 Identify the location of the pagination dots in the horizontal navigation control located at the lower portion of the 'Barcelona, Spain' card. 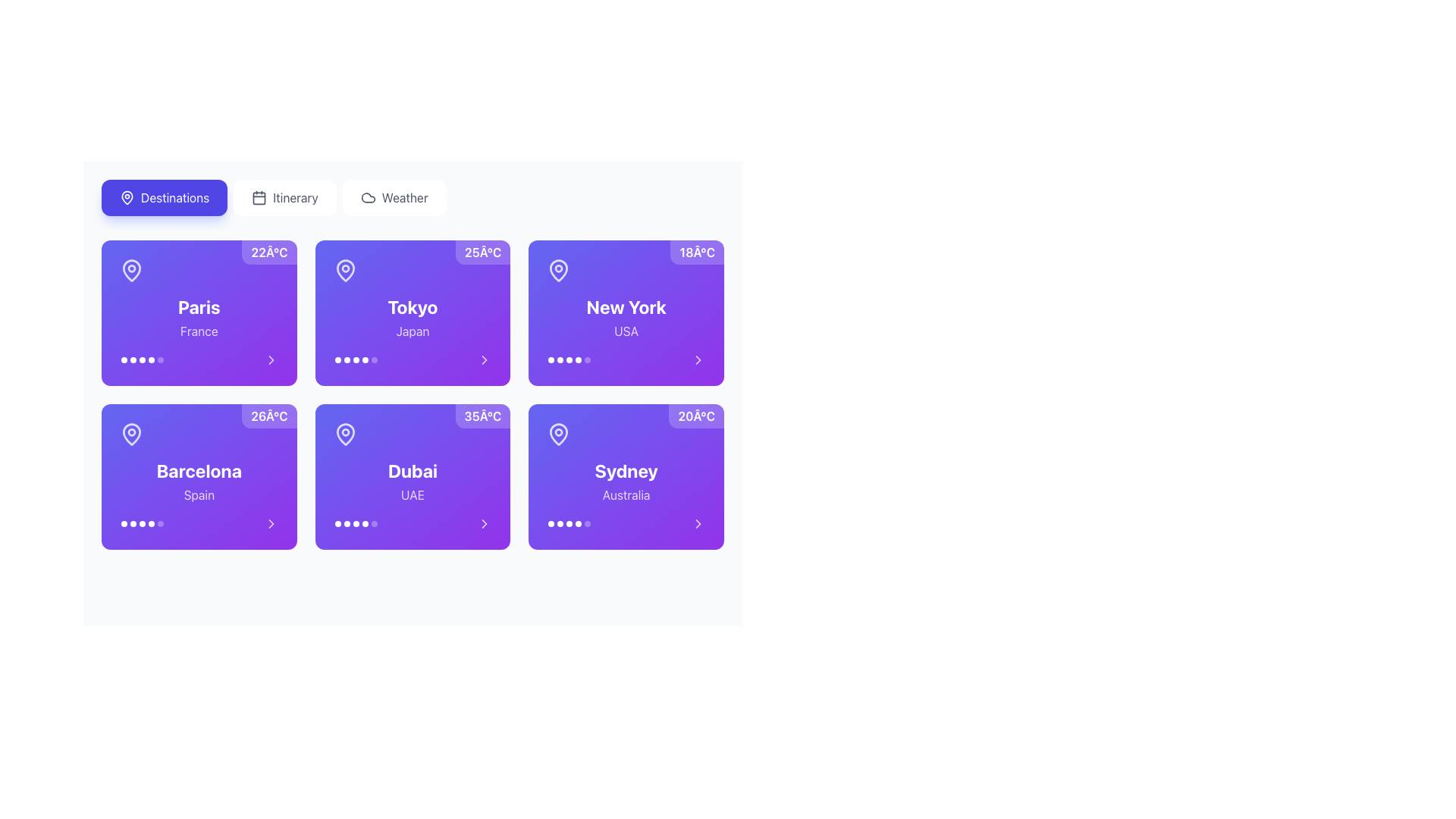
(198, 522).